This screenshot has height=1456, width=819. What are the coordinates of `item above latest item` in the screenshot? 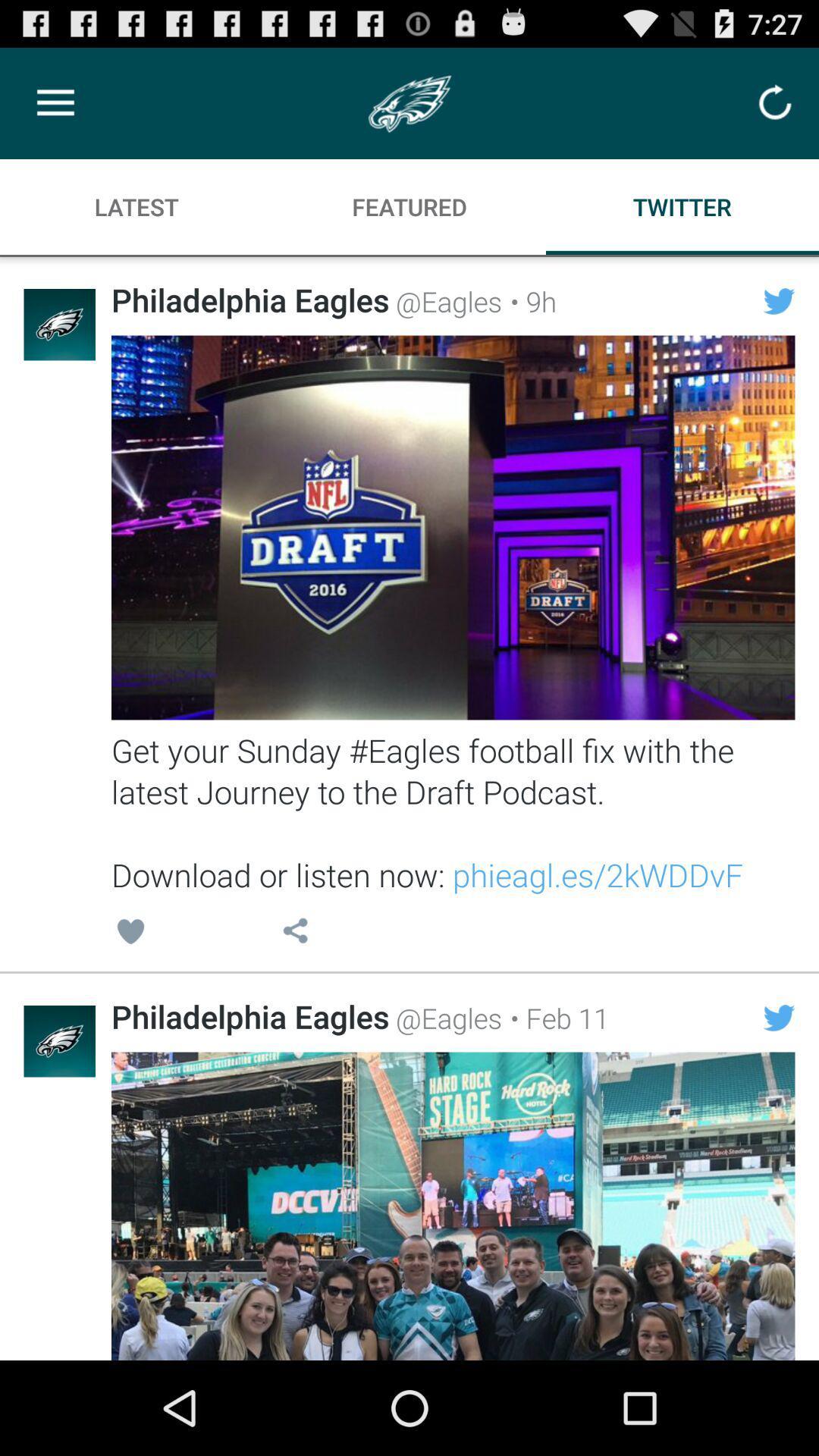 It's located at (55, 102).